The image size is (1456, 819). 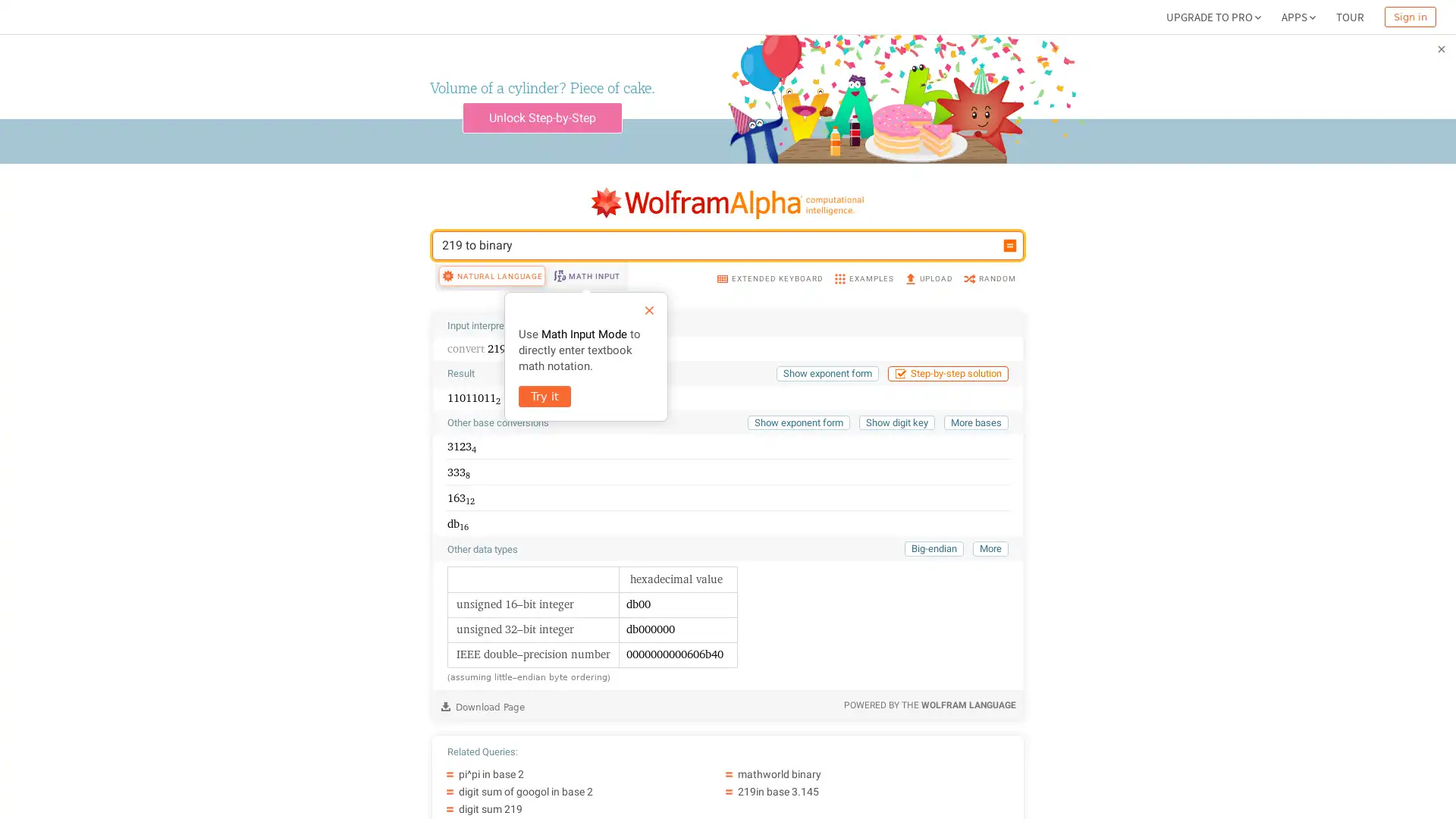 What do you see at coordinates (575, 803) in the screenshot?
I see `pi^pi in base 2` at bounding box center [575, 803].